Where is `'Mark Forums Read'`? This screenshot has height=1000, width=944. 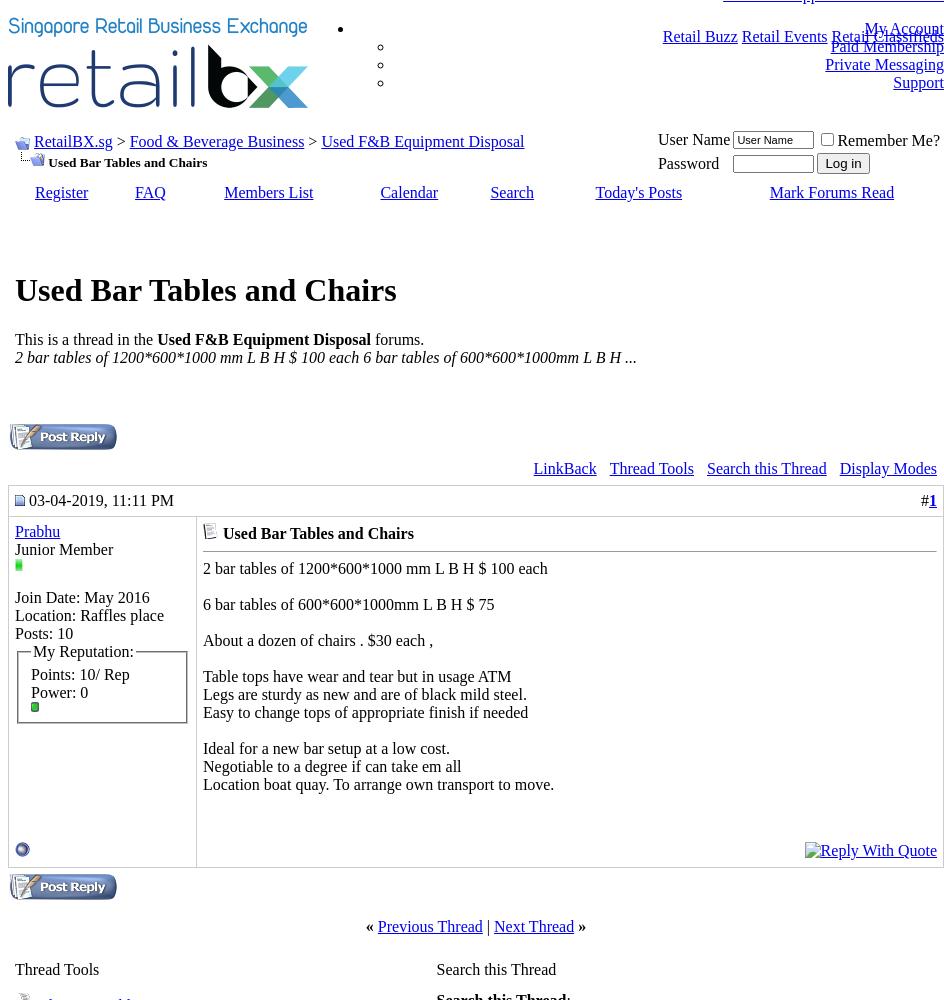 'Mark Forums Read' is located at coordinates (831, 191).